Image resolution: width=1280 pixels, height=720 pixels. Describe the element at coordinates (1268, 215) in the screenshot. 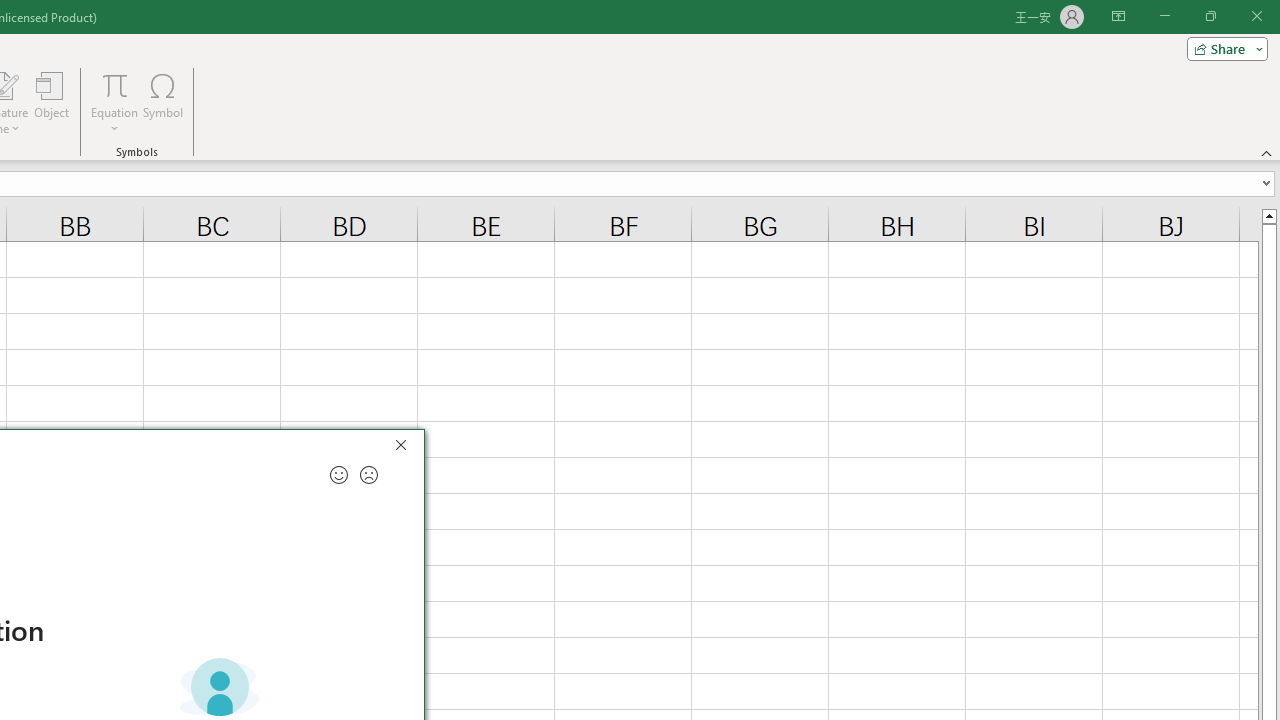

I see `'Line up'` at that location.